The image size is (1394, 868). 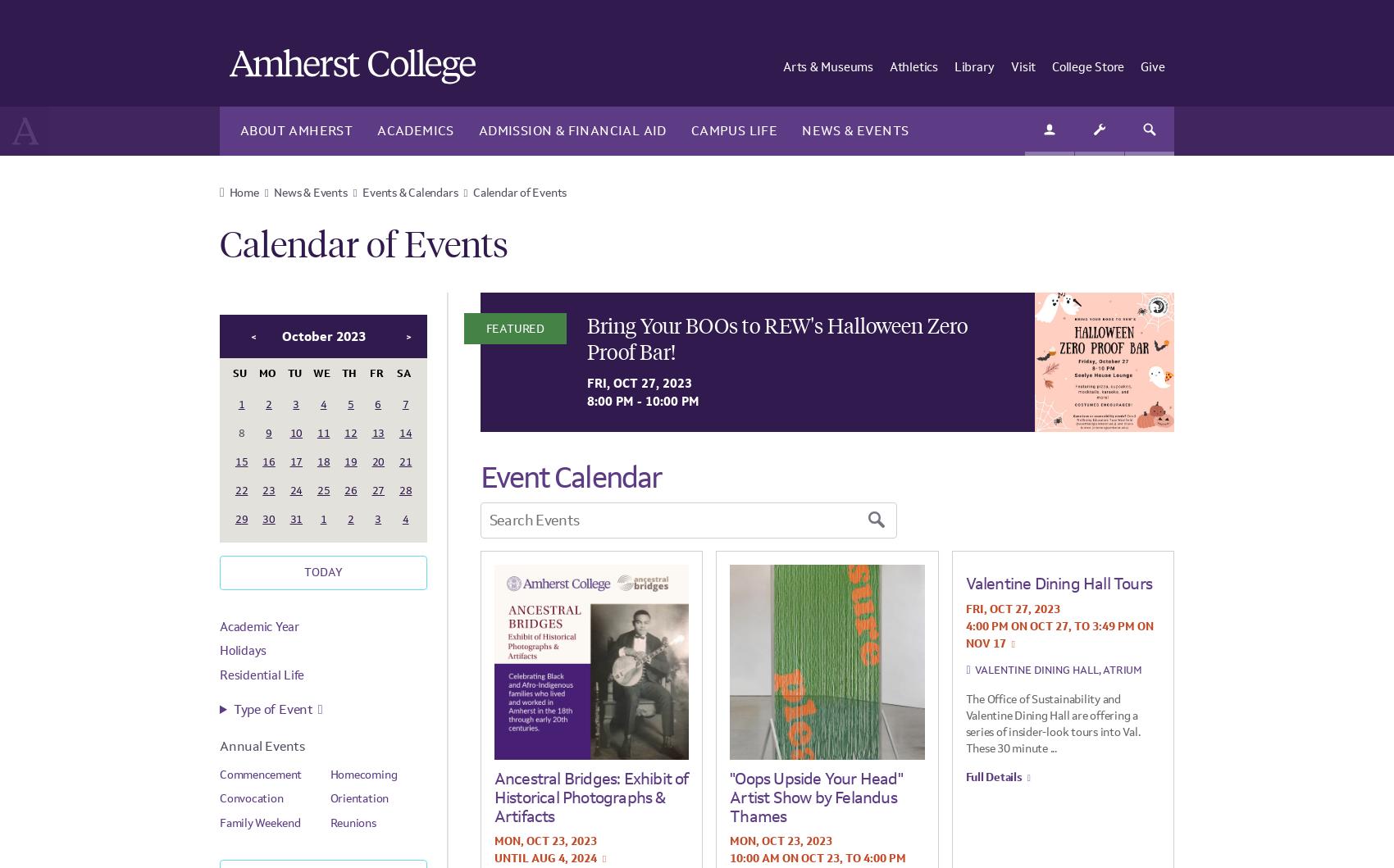 I want to click on '15', so click(x=240, y=460).